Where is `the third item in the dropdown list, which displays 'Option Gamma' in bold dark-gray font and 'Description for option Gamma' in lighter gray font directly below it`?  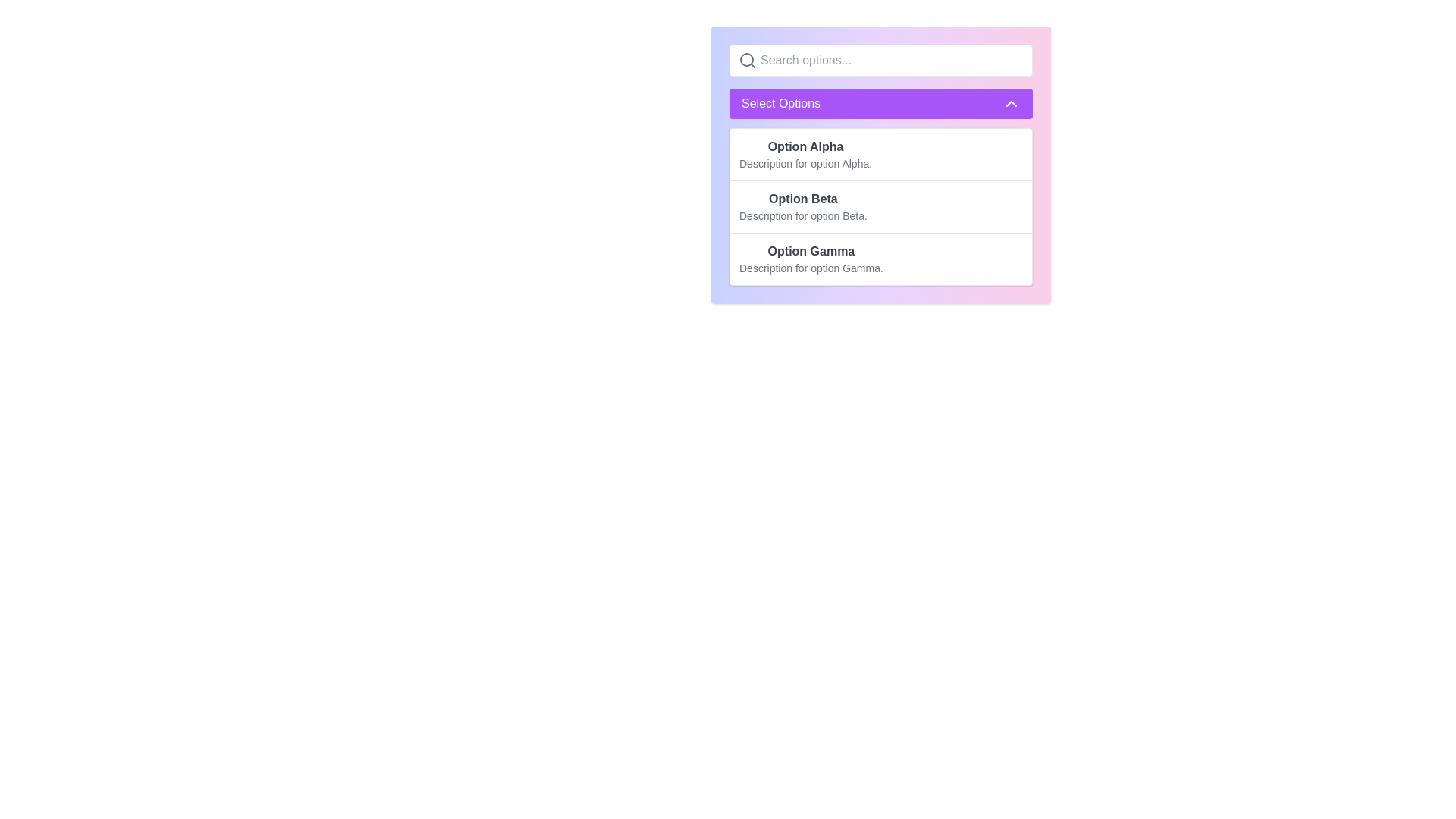 the third item in the dropdown list, which displays 'Option Gamma' in bold dark-gray font and 'Description for option Gamma' in lighter gray font directly below it is located at coordinates (811, 259).